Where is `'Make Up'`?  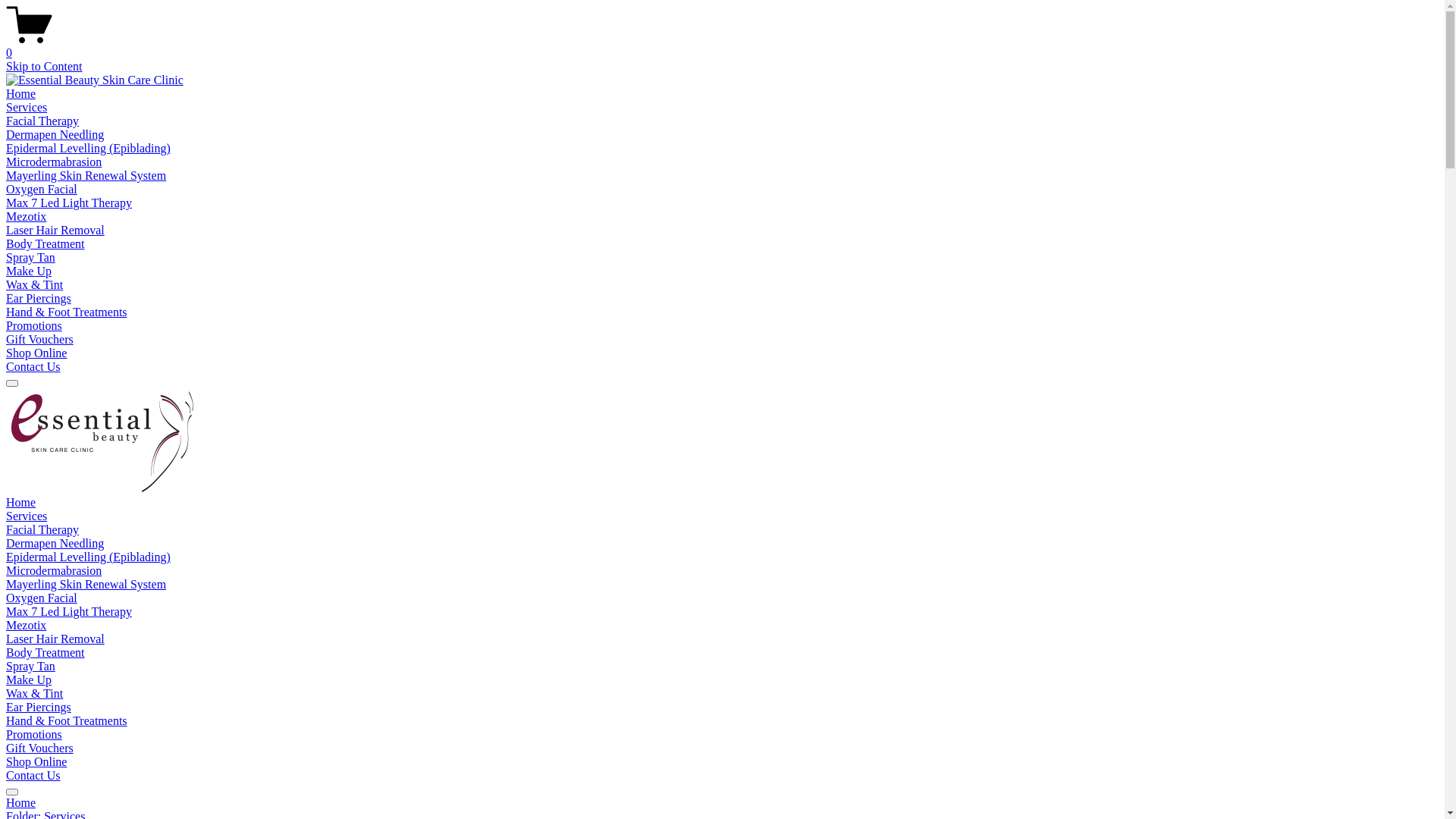
'Make Up' is located at coordinates (29, 270).